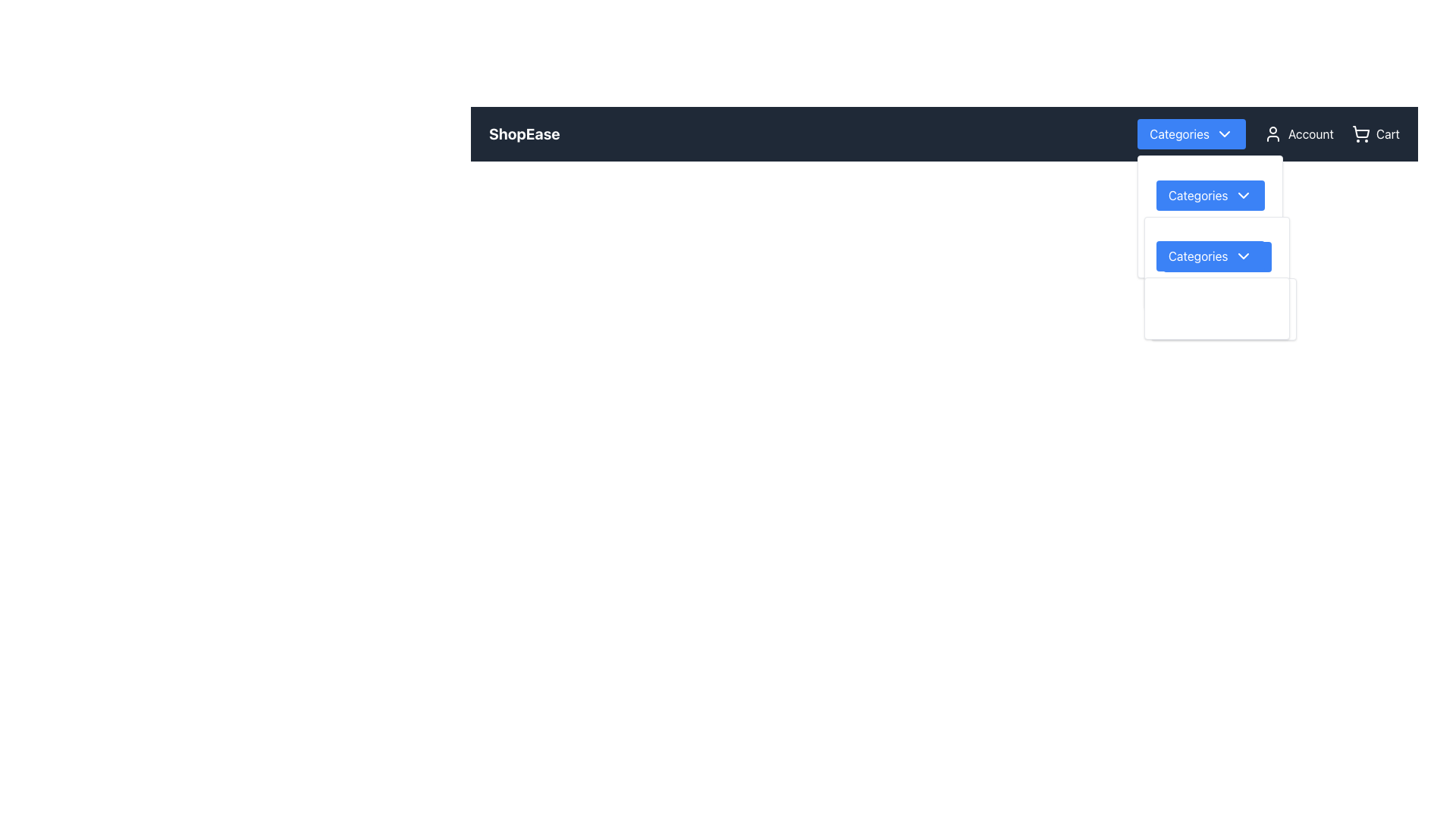  Describe the element at coordinates (1243, 256) in the screenshot. I see `the small downward-facing chevron icon located to the right of the 'Categories' text within the blue button in the navigation bar` at that location.